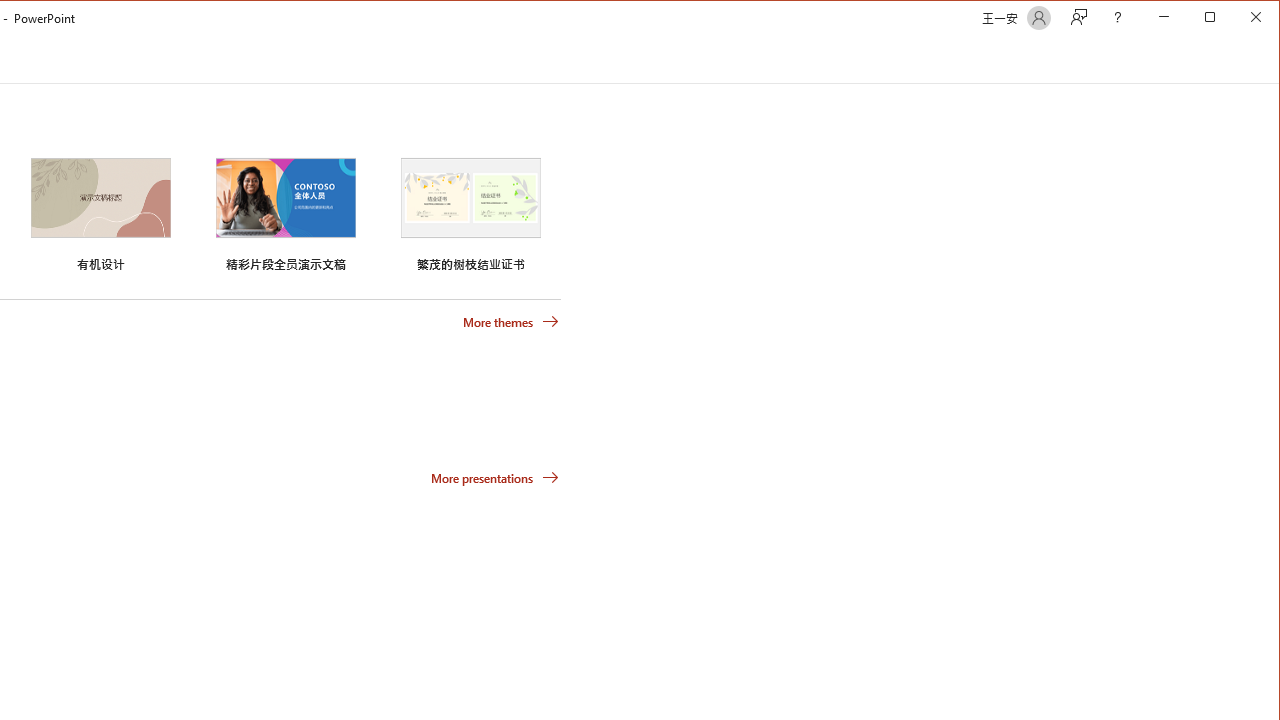 This screenshot has width=1280, height=720. What do you see at coordinates (494, 478) in the screenshot?
I see `'More presentations'` at bounding box center [494, 478].